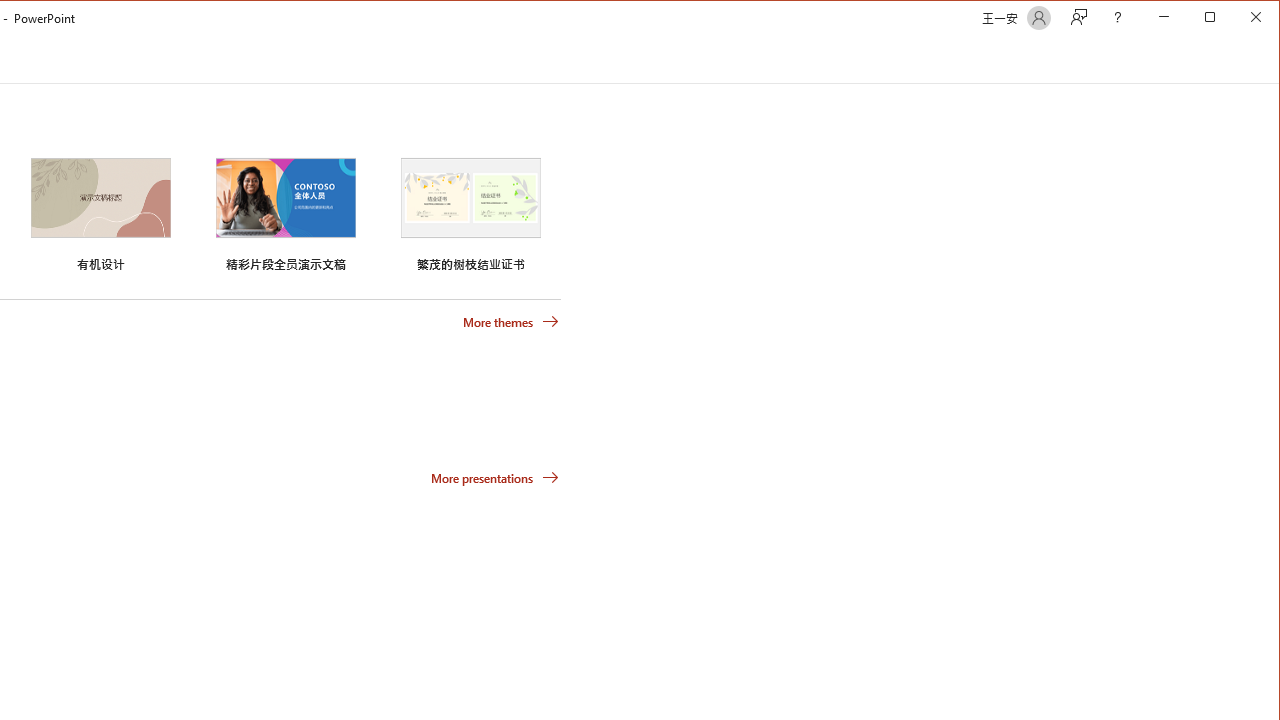 This screenshot has width=1280, height=720. What do you see at coordinates (494, 478) in the screenshot?
I see `'More presentations'` at bounding box center [494, 478].